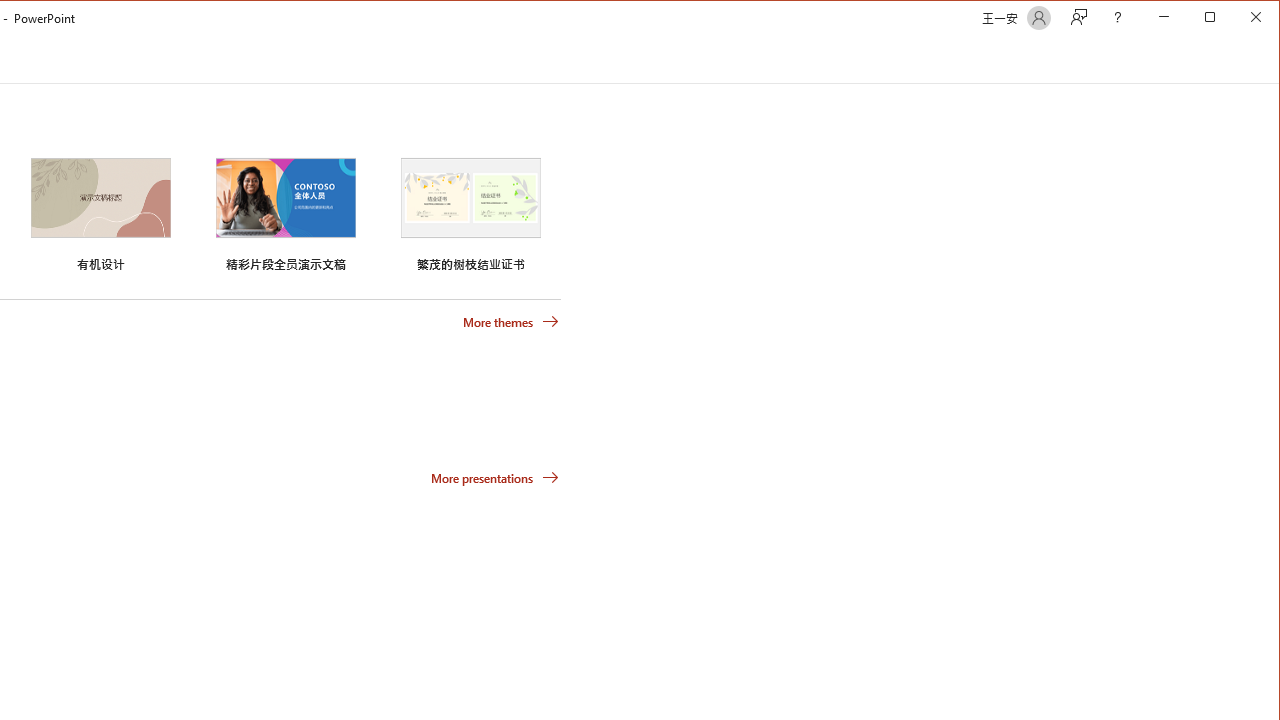 This screenshot has width=1280, height=720. What do you see at coordinates (494, 478) in the screenshot?
I see `'More presentations'` at bounding box center [494, 478].